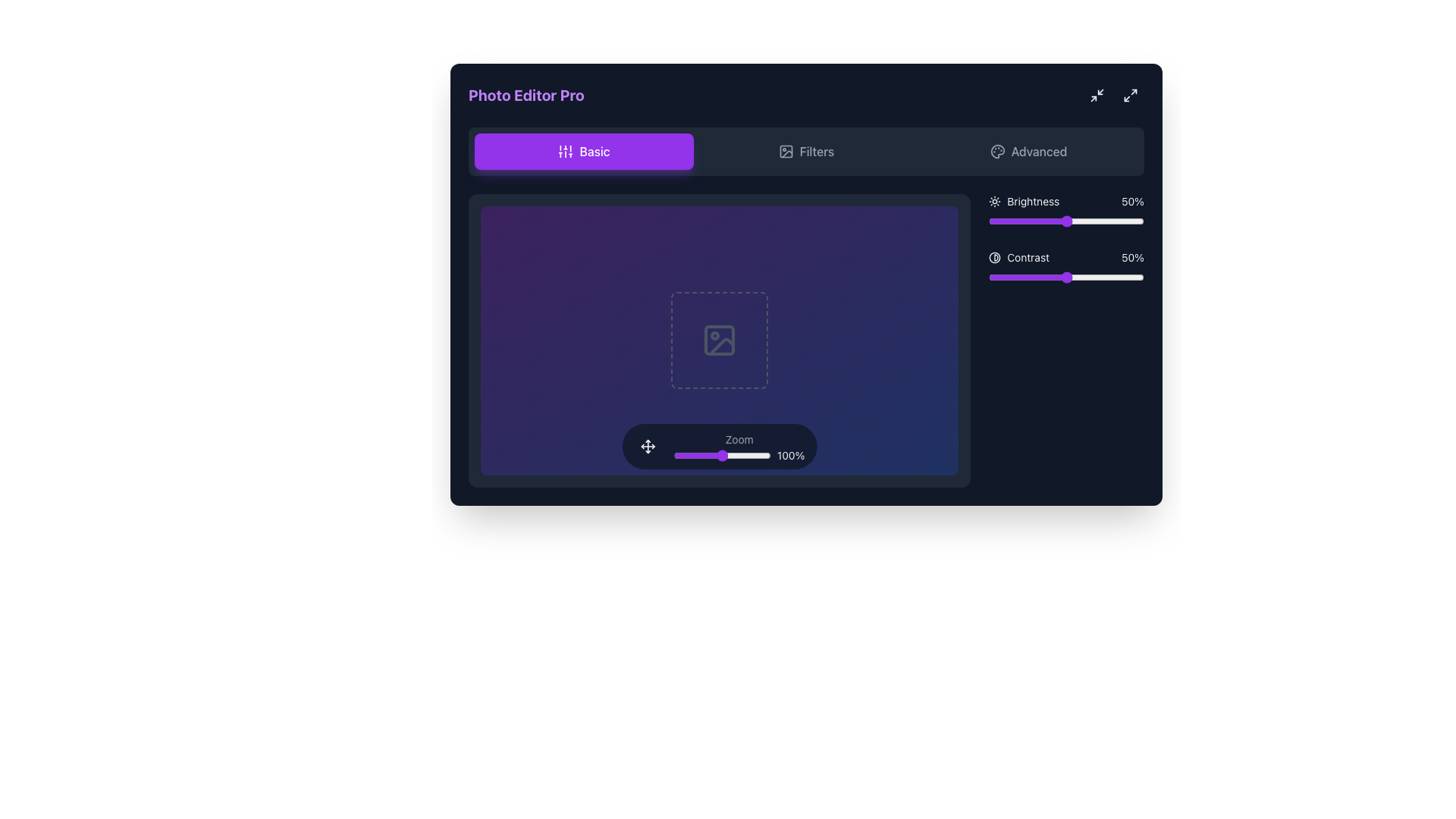 The width and height of the screenshot is (1456, 819). Describe the element at coordinates (1097, 96) in the screenshot. I see `the minimize button located in the top-right corner of the application` at that location.